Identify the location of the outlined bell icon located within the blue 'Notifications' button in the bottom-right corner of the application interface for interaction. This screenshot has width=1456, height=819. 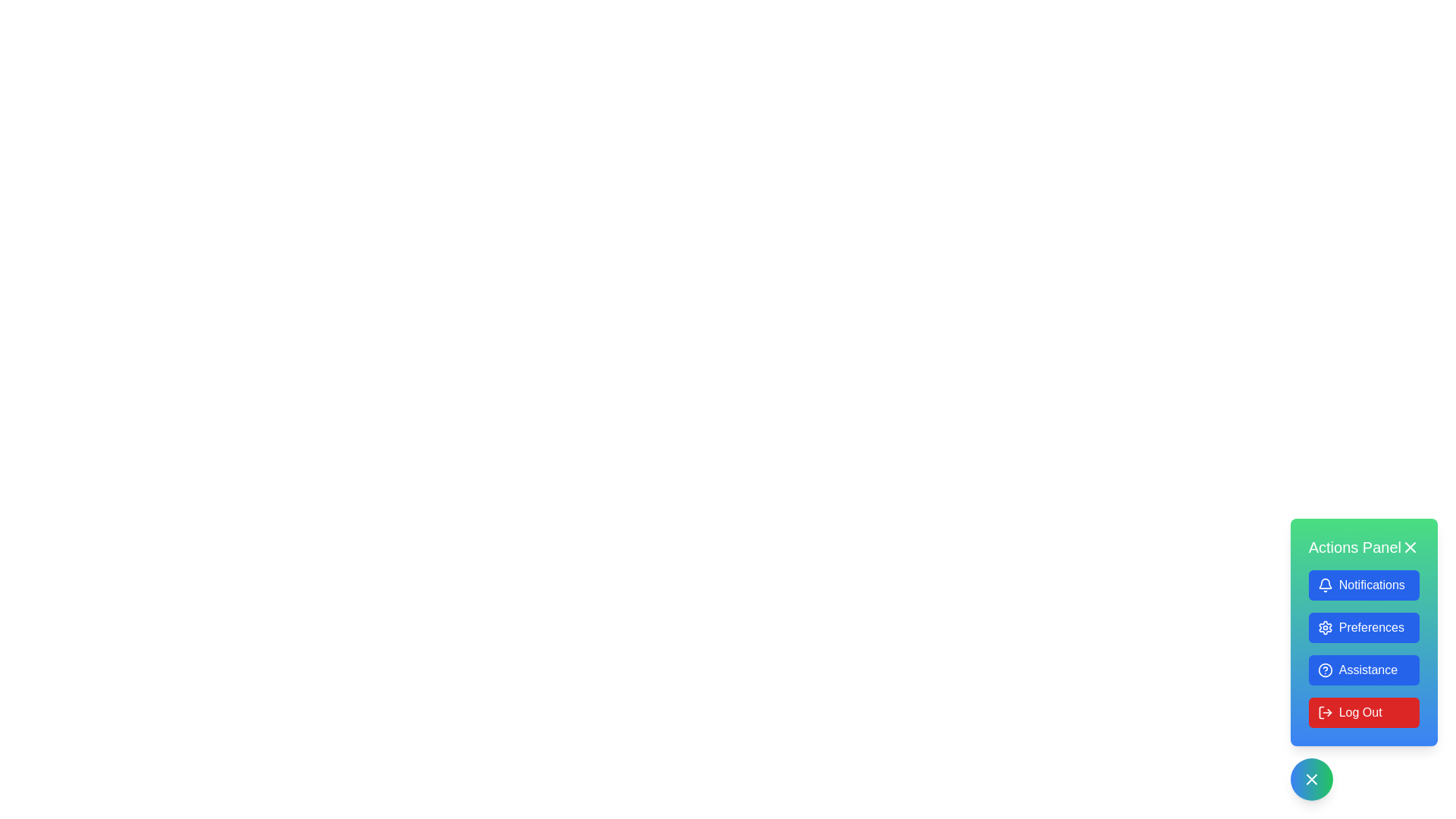
(1324, 584).